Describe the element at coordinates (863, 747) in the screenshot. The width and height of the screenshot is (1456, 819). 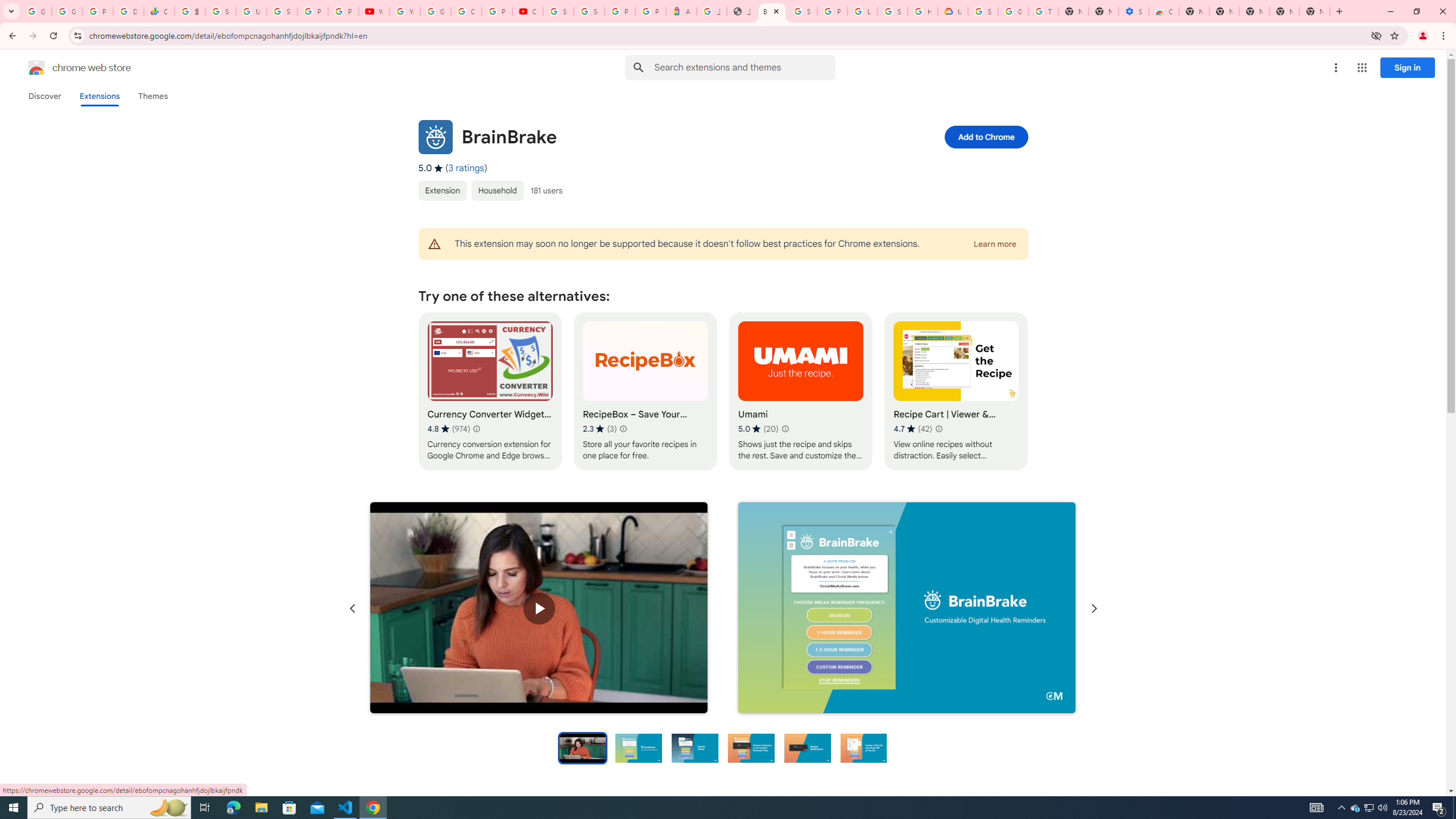
I see `'Preview slide 6'` at that location.